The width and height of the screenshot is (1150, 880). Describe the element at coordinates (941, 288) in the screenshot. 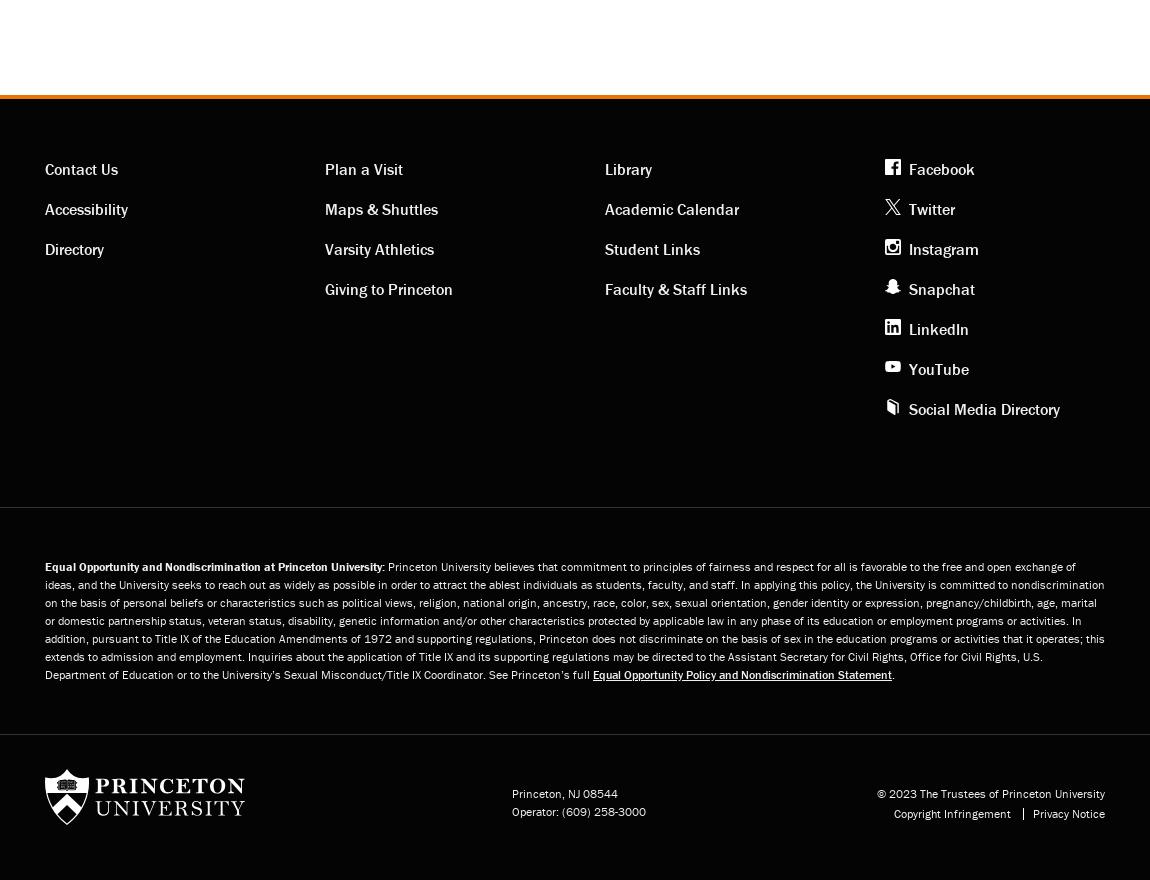

I see `'Snapchat'` at that location.